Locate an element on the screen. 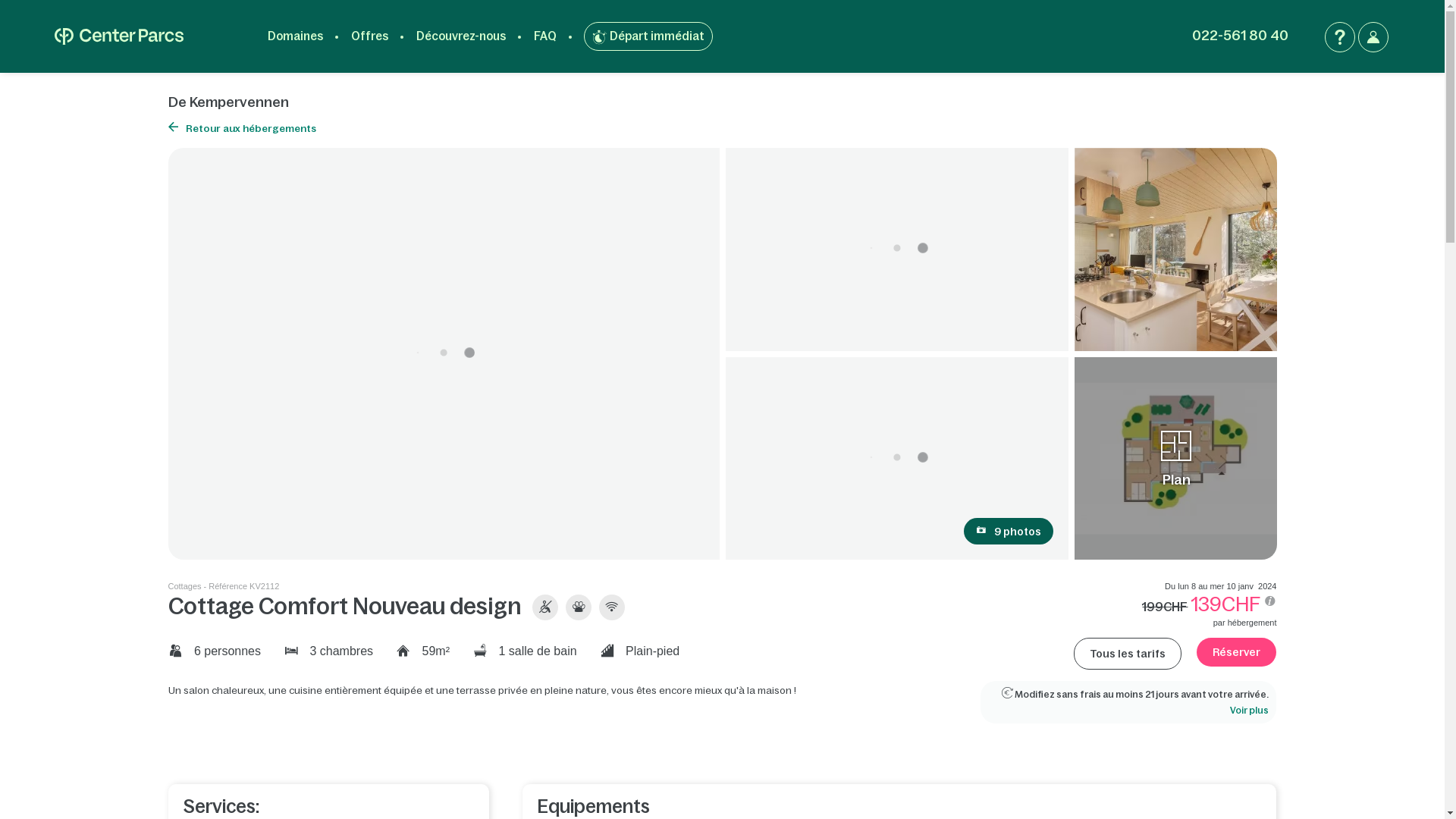  'FAQ' is located at coordinates (545, 35).